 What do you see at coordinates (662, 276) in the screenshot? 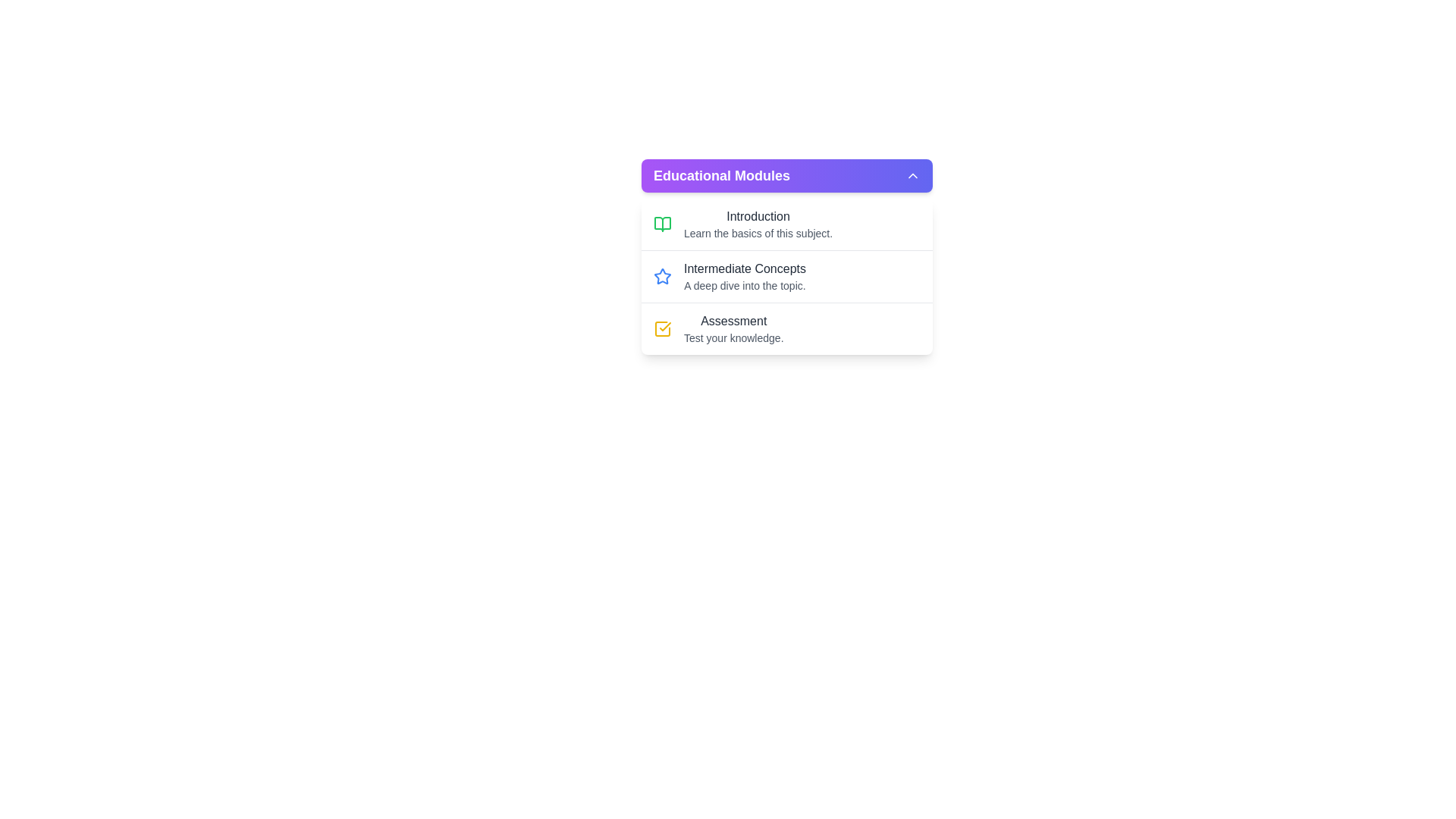
I see `the blue outlined star-shaped icon rendered as an SVG element` at bounding box center [662, 276].